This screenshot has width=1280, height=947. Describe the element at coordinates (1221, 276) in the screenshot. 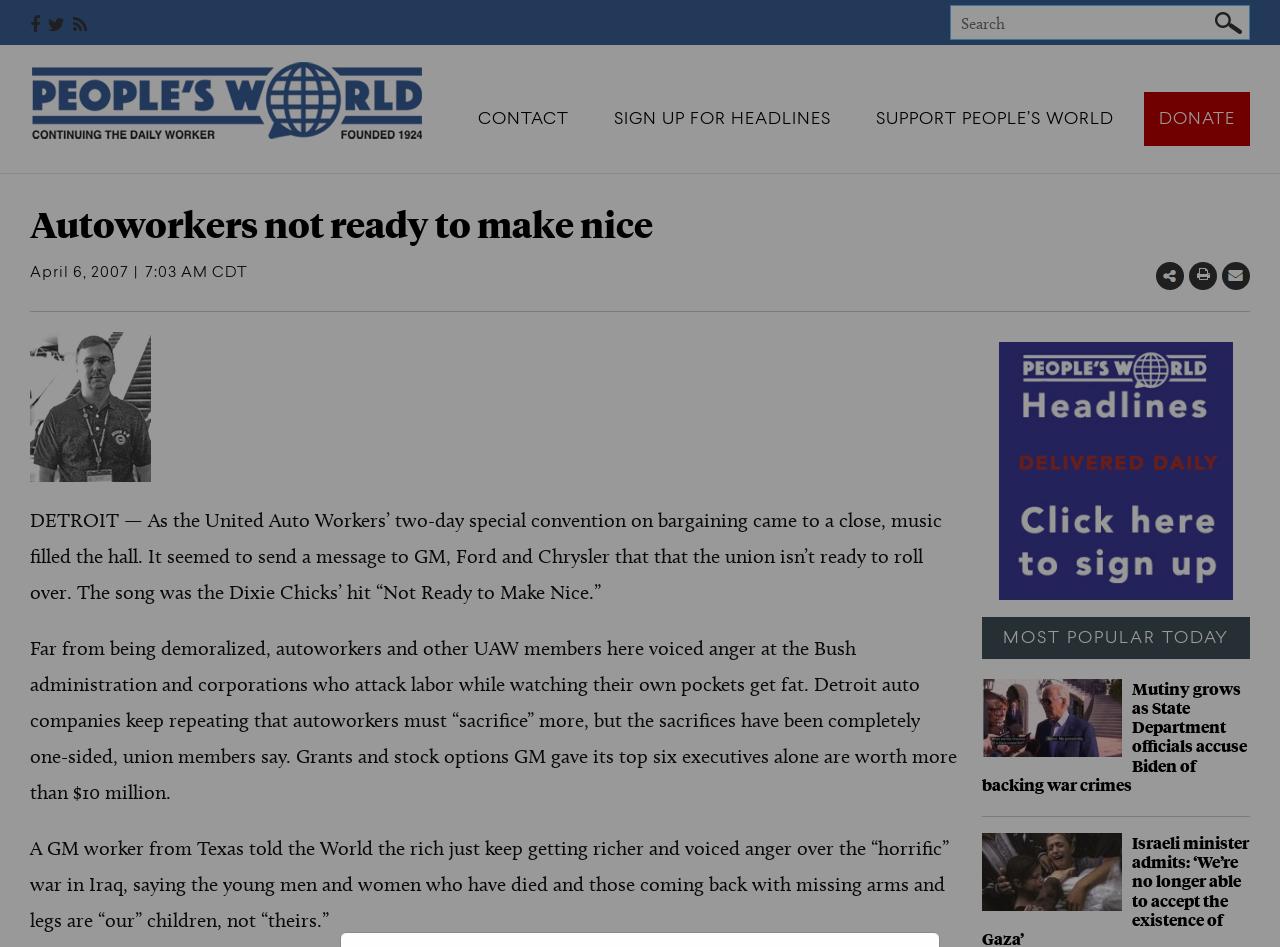

I see `'Share'` at that location.